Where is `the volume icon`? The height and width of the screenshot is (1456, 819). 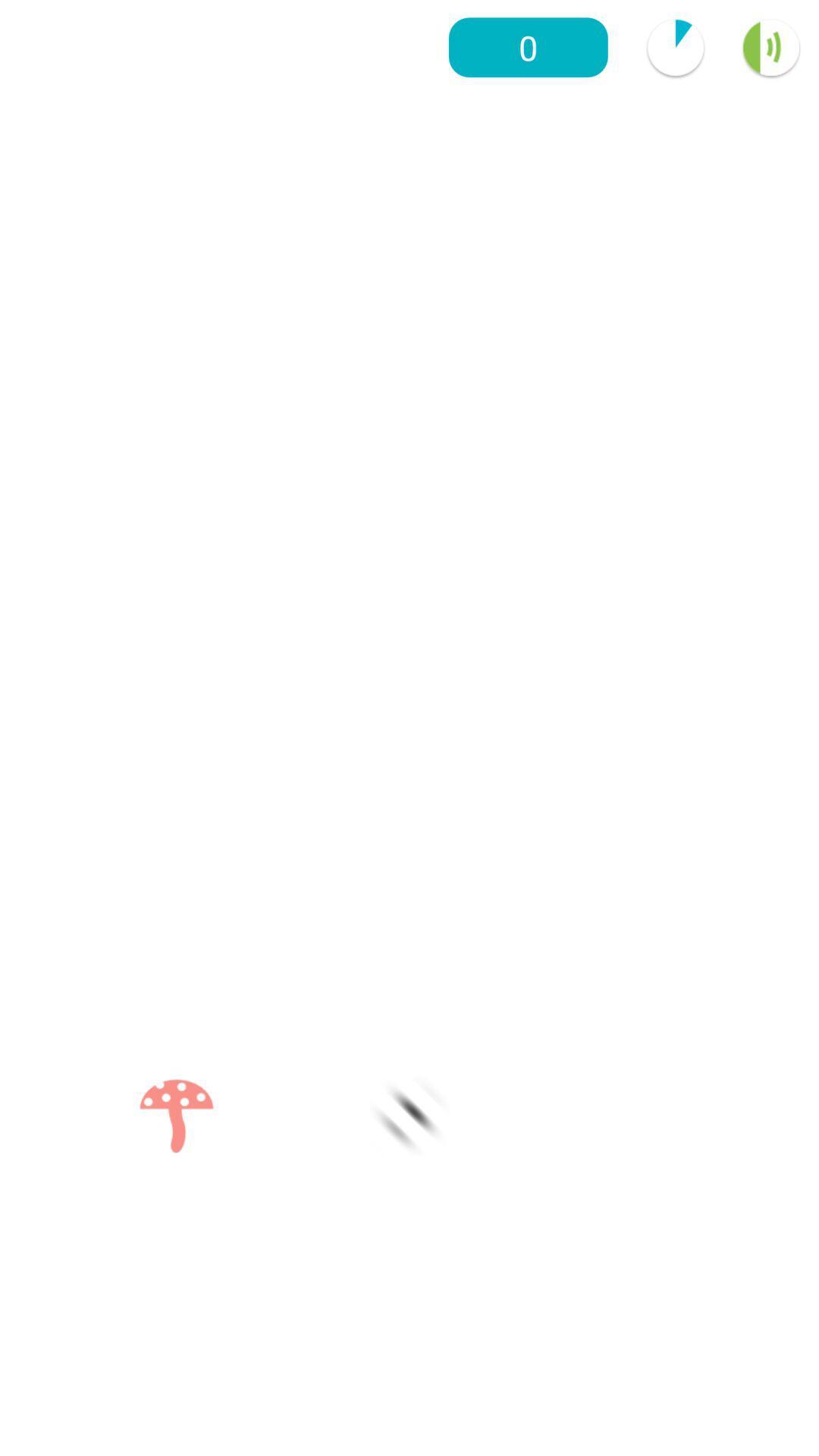 the volume icon is located at coordinates (771, 47).